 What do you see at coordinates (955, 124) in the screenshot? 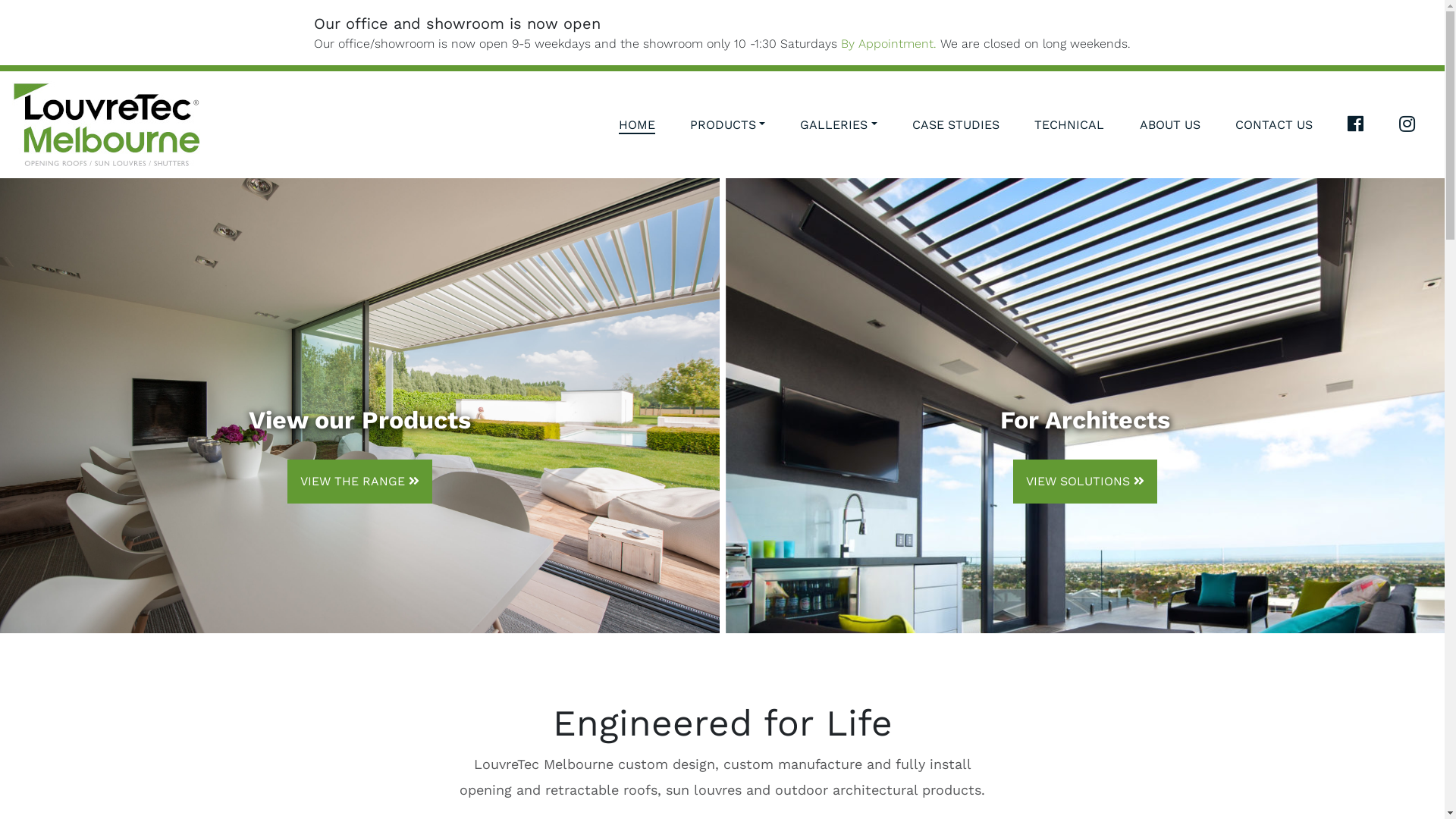
I see `'CASE STUDIES'` at bounding box center [955, 124].